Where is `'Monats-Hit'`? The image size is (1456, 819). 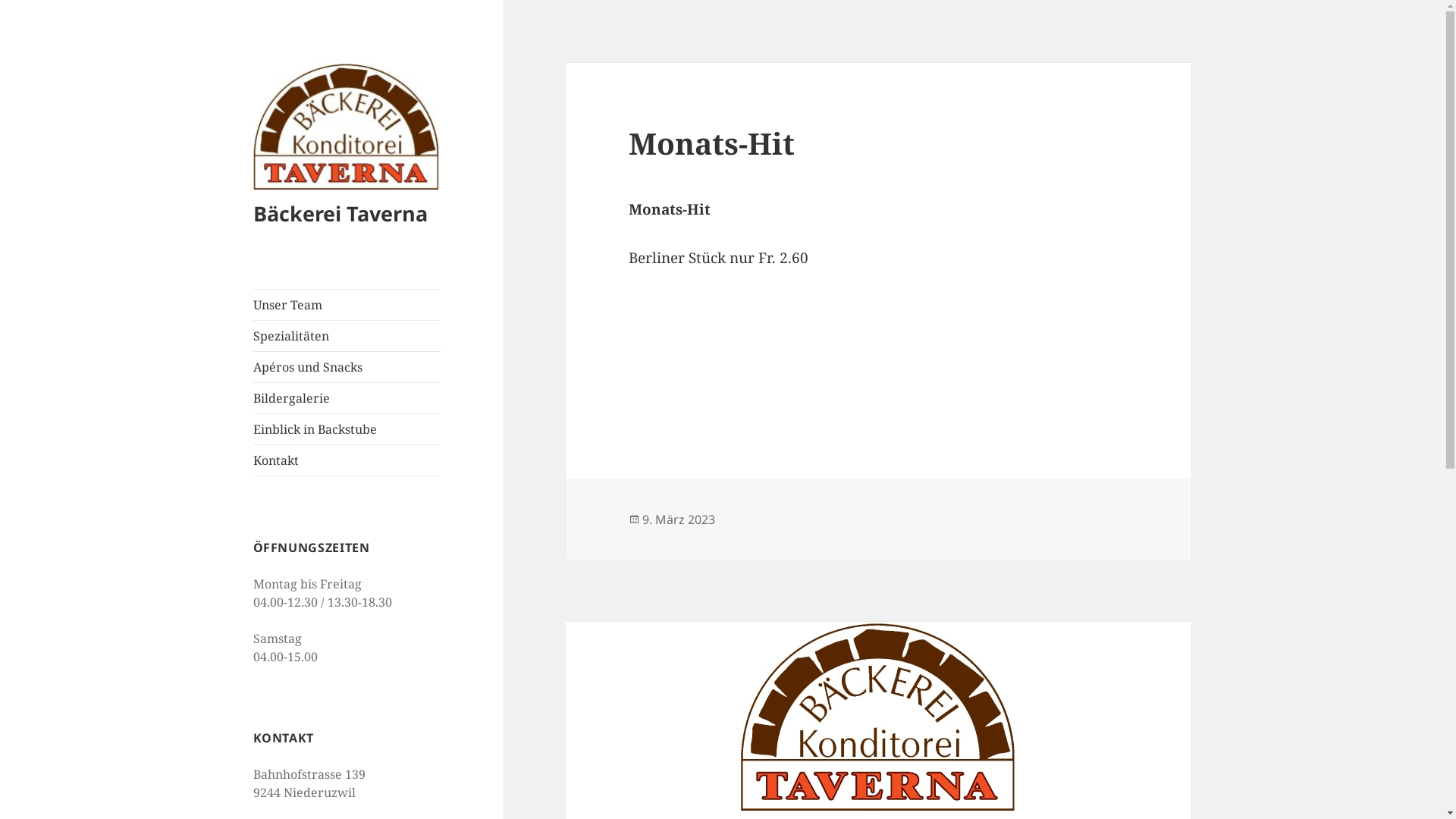 'Monats-Hit' is located at coordinates (711, 143).